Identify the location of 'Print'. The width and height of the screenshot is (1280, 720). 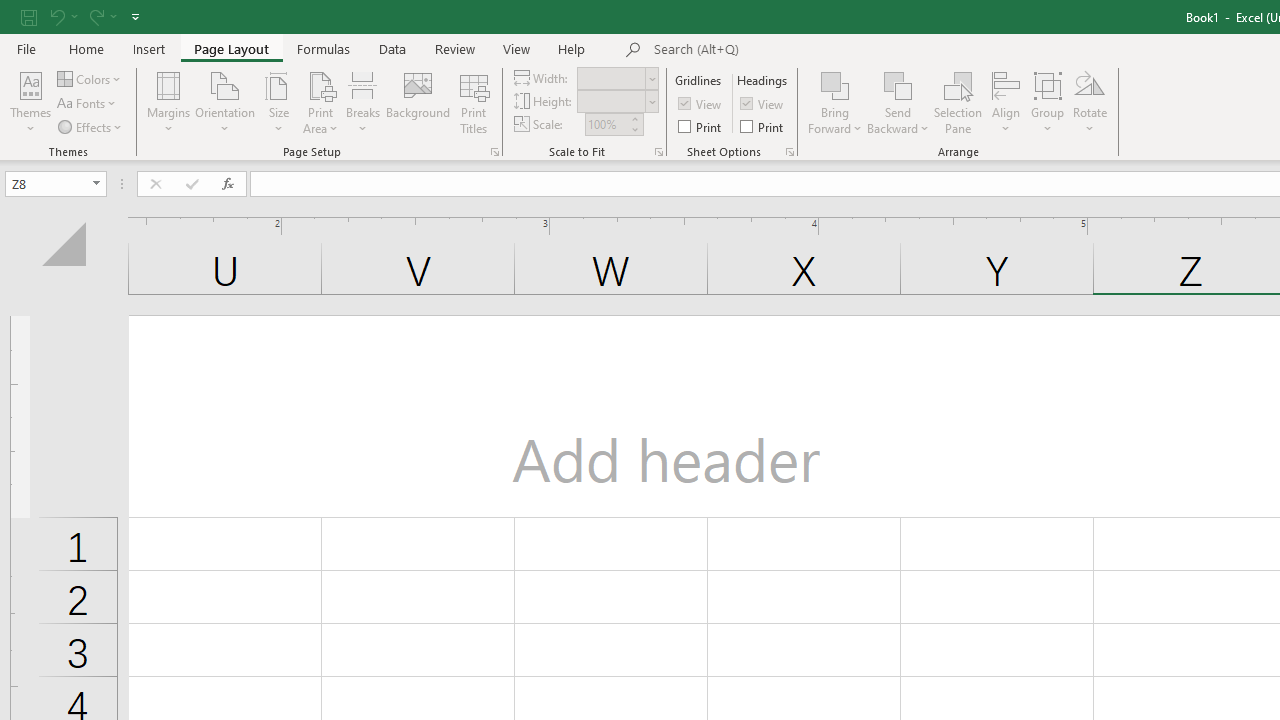
(762, 126).